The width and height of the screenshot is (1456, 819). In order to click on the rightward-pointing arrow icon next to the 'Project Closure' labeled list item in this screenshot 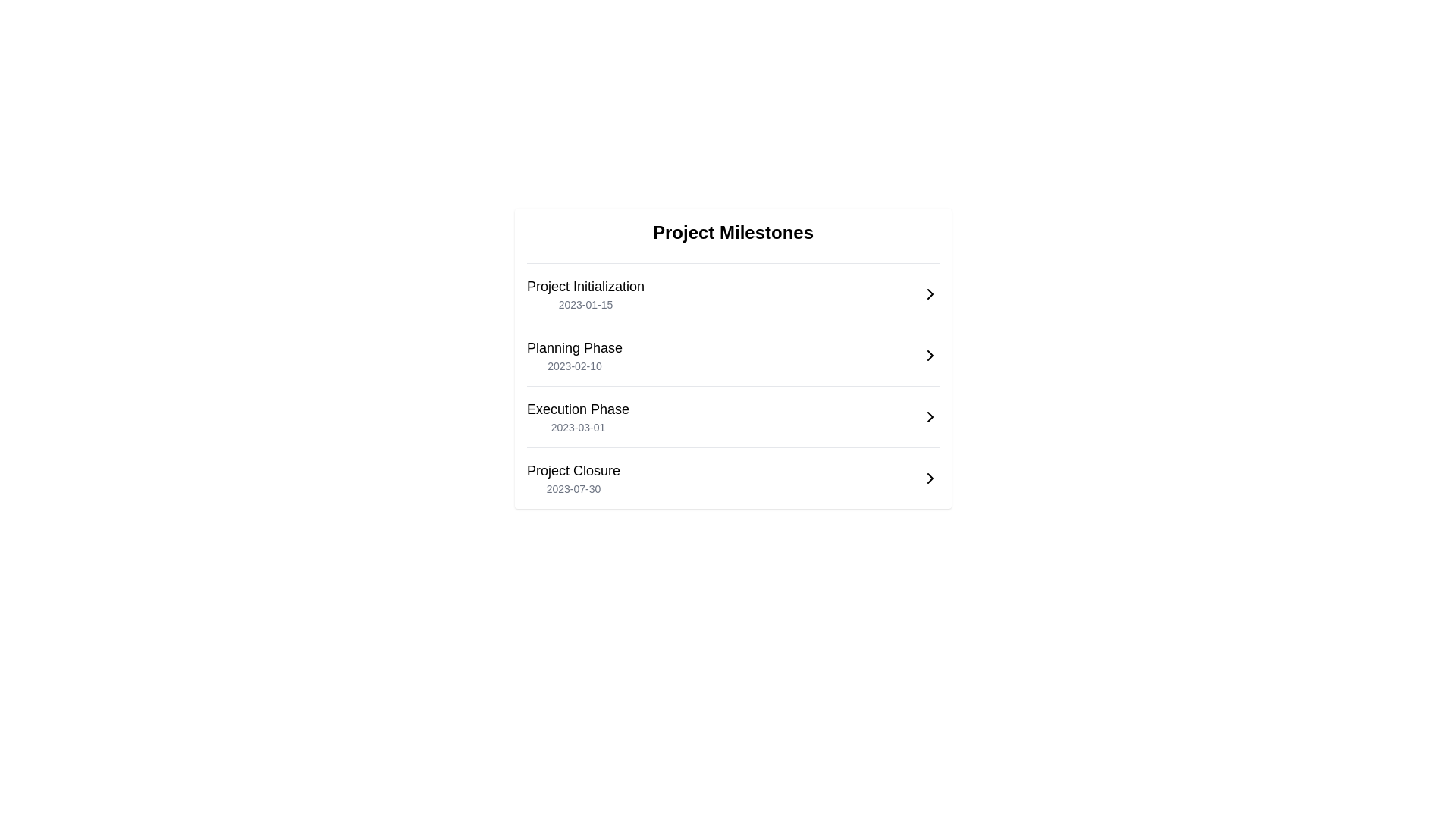, I will do `click(930, 479)`.